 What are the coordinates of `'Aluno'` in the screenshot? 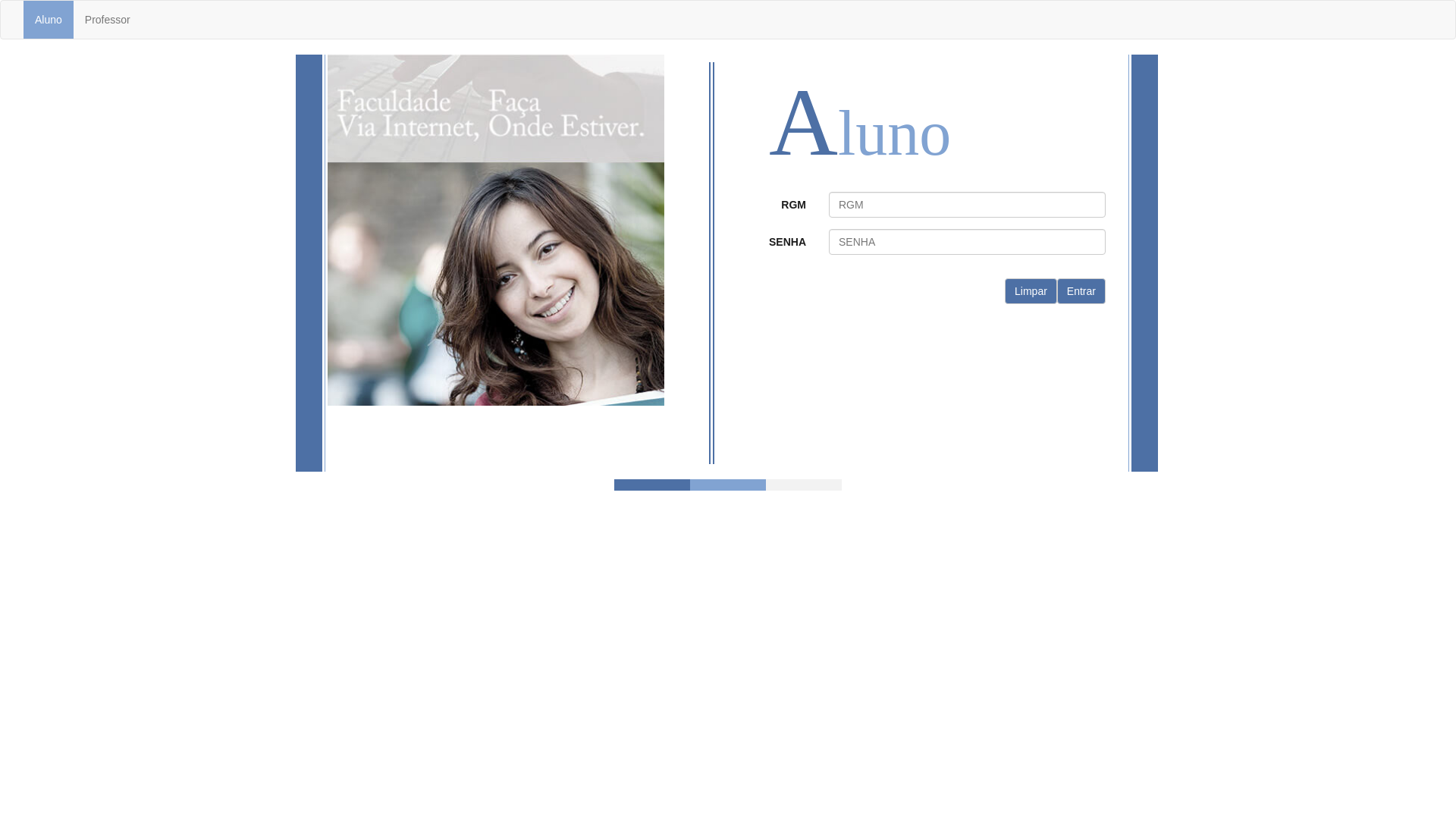 It's located at (48, 20).